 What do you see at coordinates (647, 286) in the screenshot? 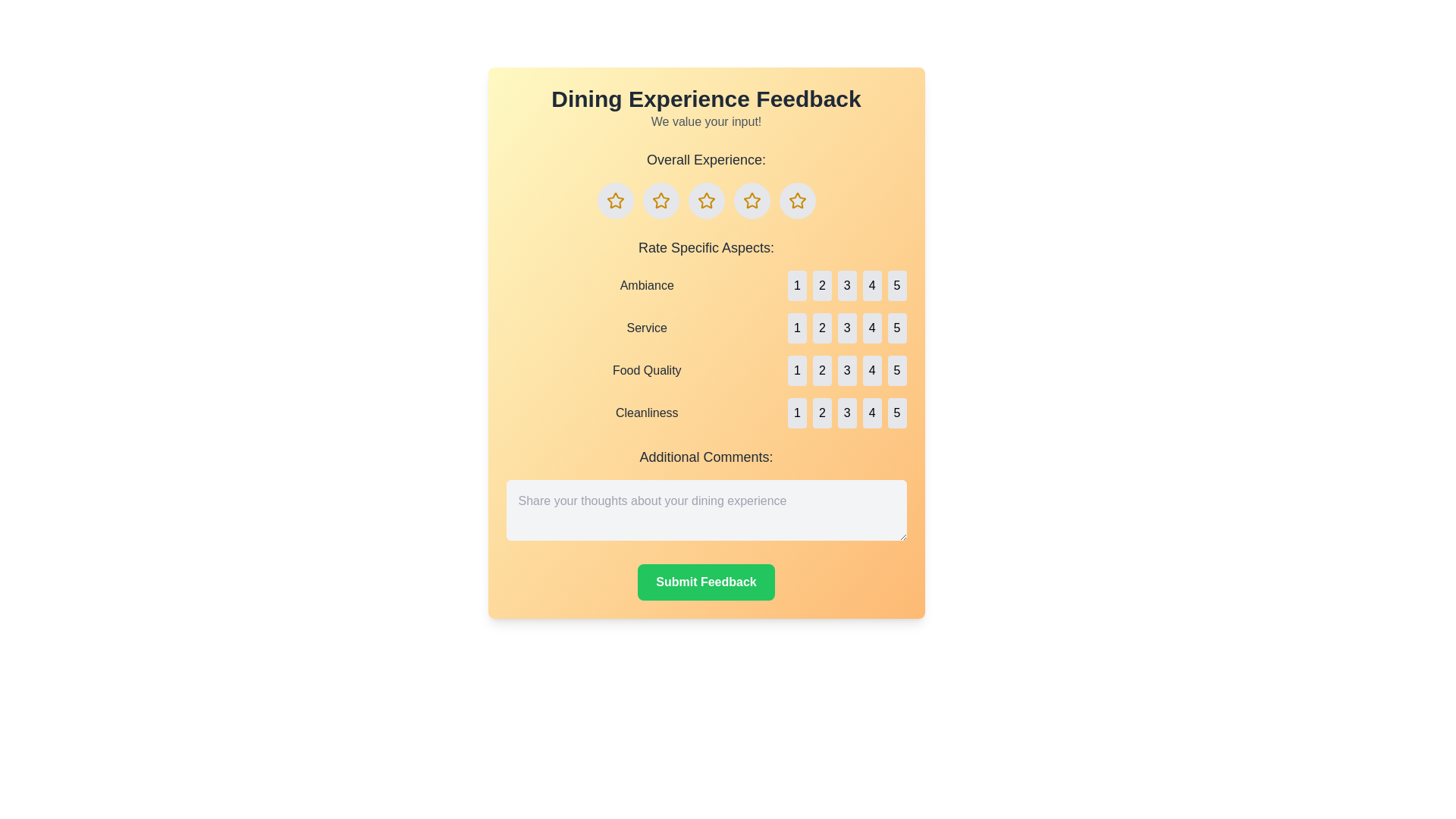
I see `the 'Ambiance' label located in the 'Rate Specific Aspects' section of the 'Dining Experience Feedback' area, which is the first label among others such as 'Service', 'Food Quality', and 'Cleanliness'` at bounding box center [647, 286].